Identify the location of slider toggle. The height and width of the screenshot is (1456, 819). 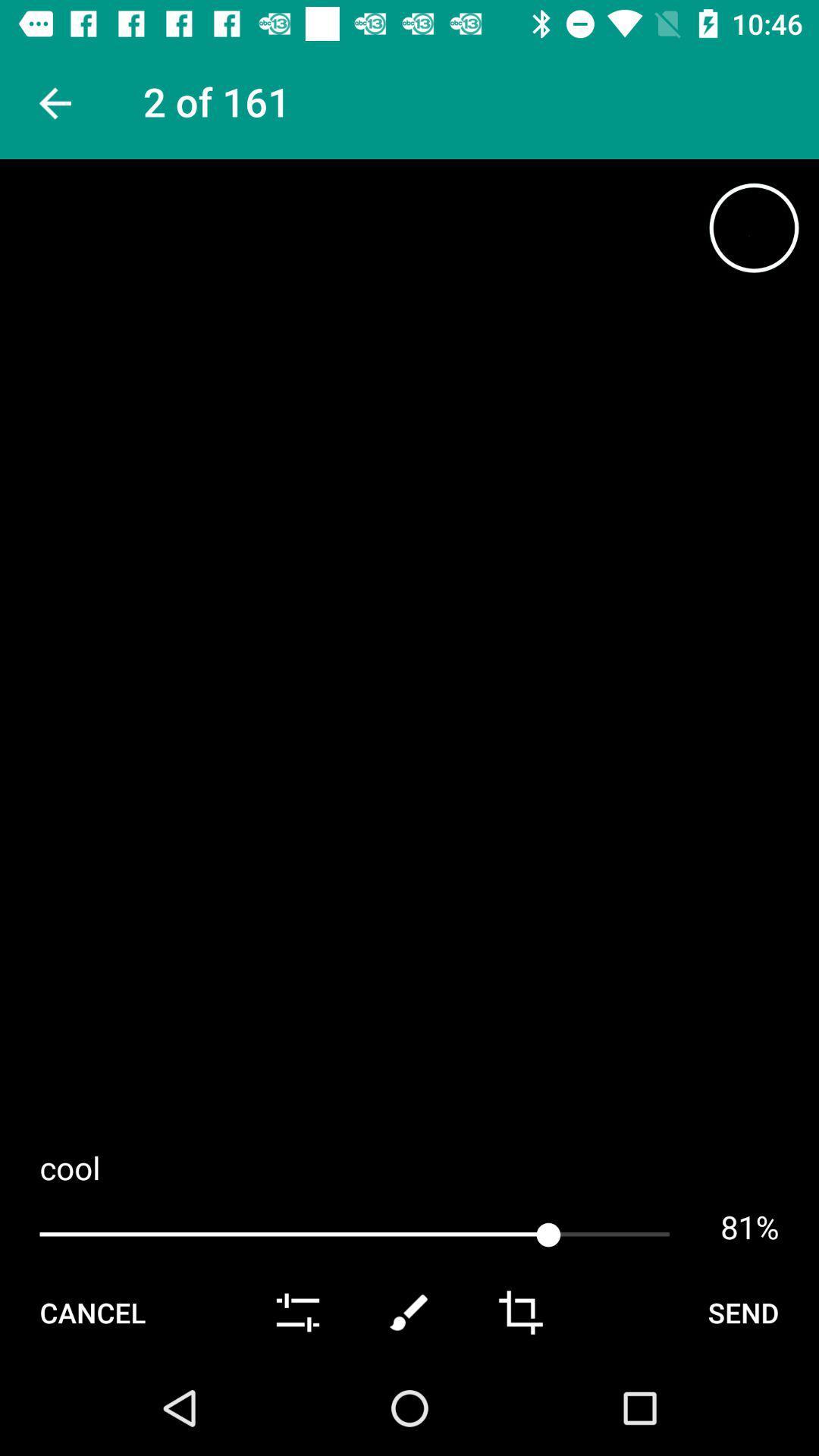
(298, 1312).